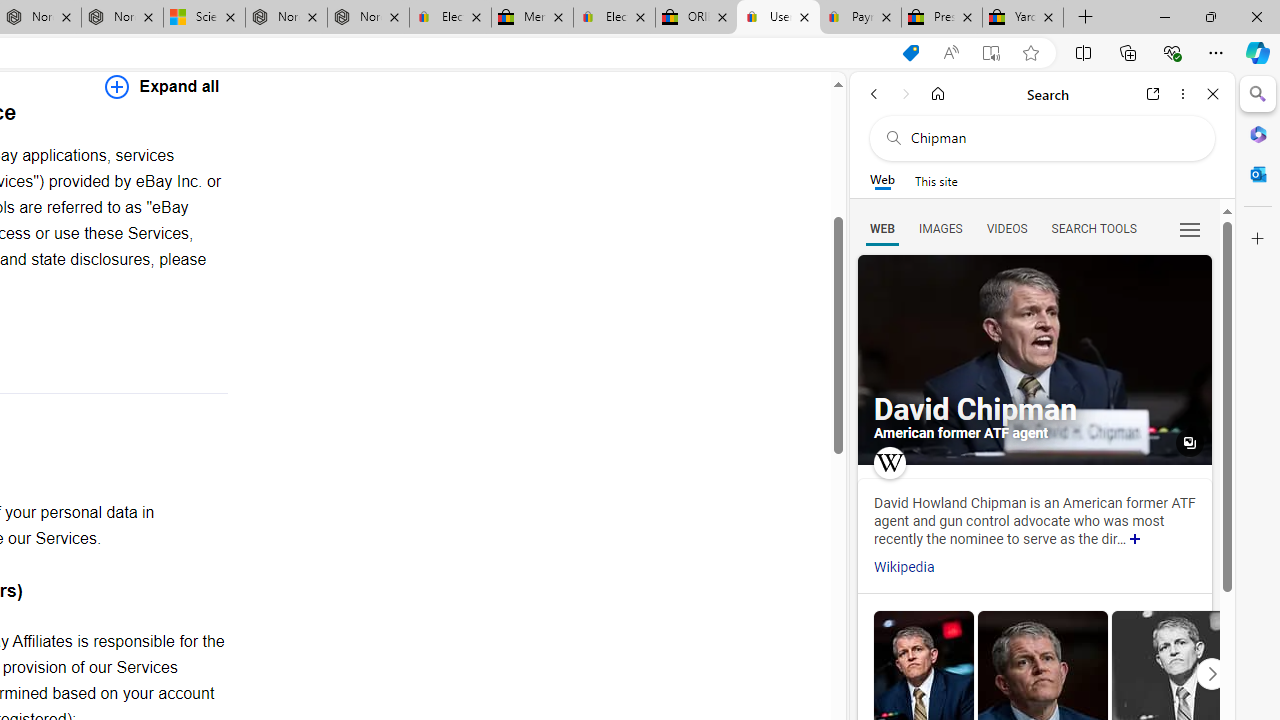 This screenshot has width=1280, height=720. Describe the element at coordinates (935, 180) in the screenshot. I see `'This site scope'` at that location.